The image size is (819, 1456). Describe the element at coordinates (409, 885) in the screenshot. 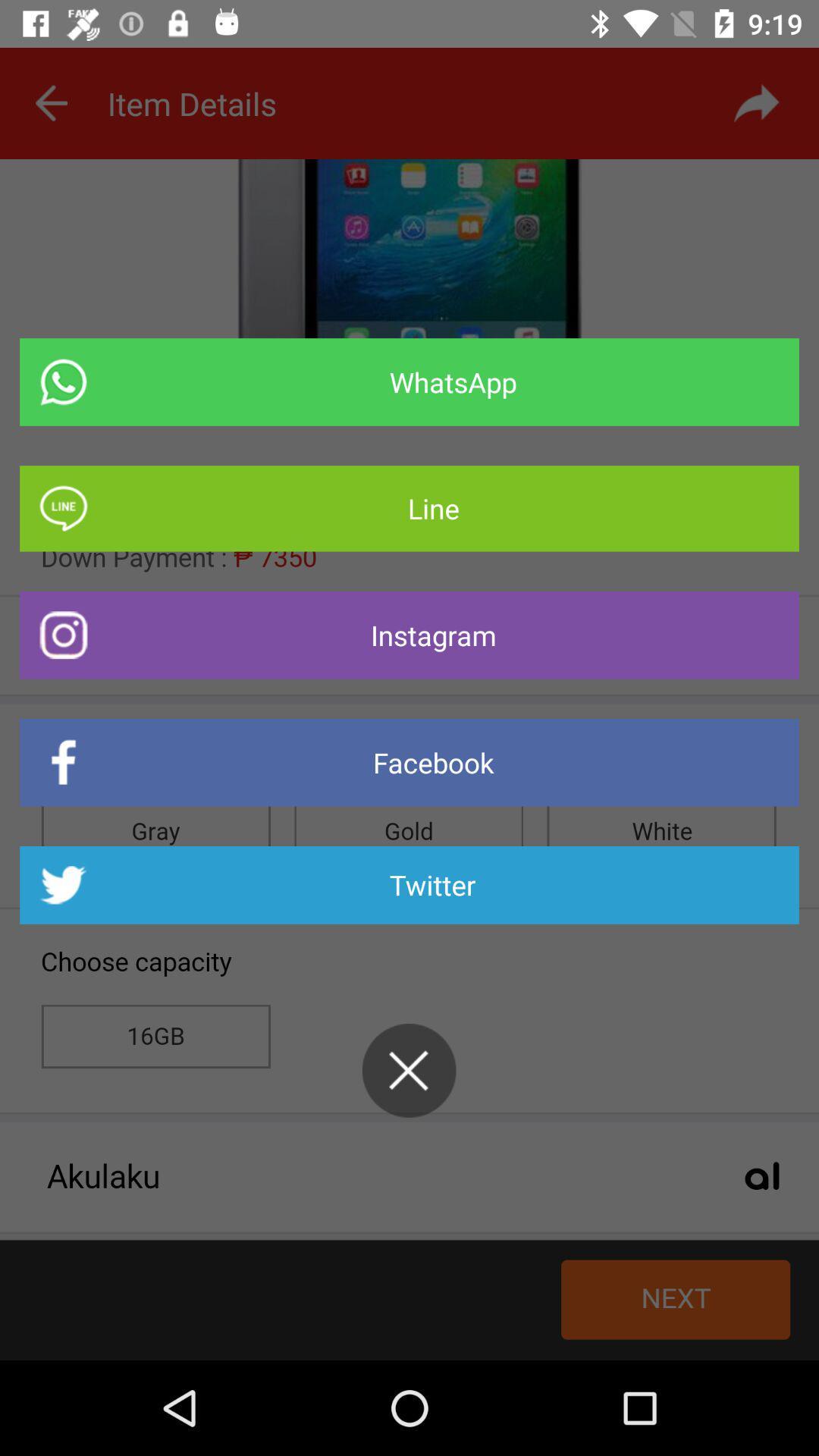

I see `the twitter item` at that location.